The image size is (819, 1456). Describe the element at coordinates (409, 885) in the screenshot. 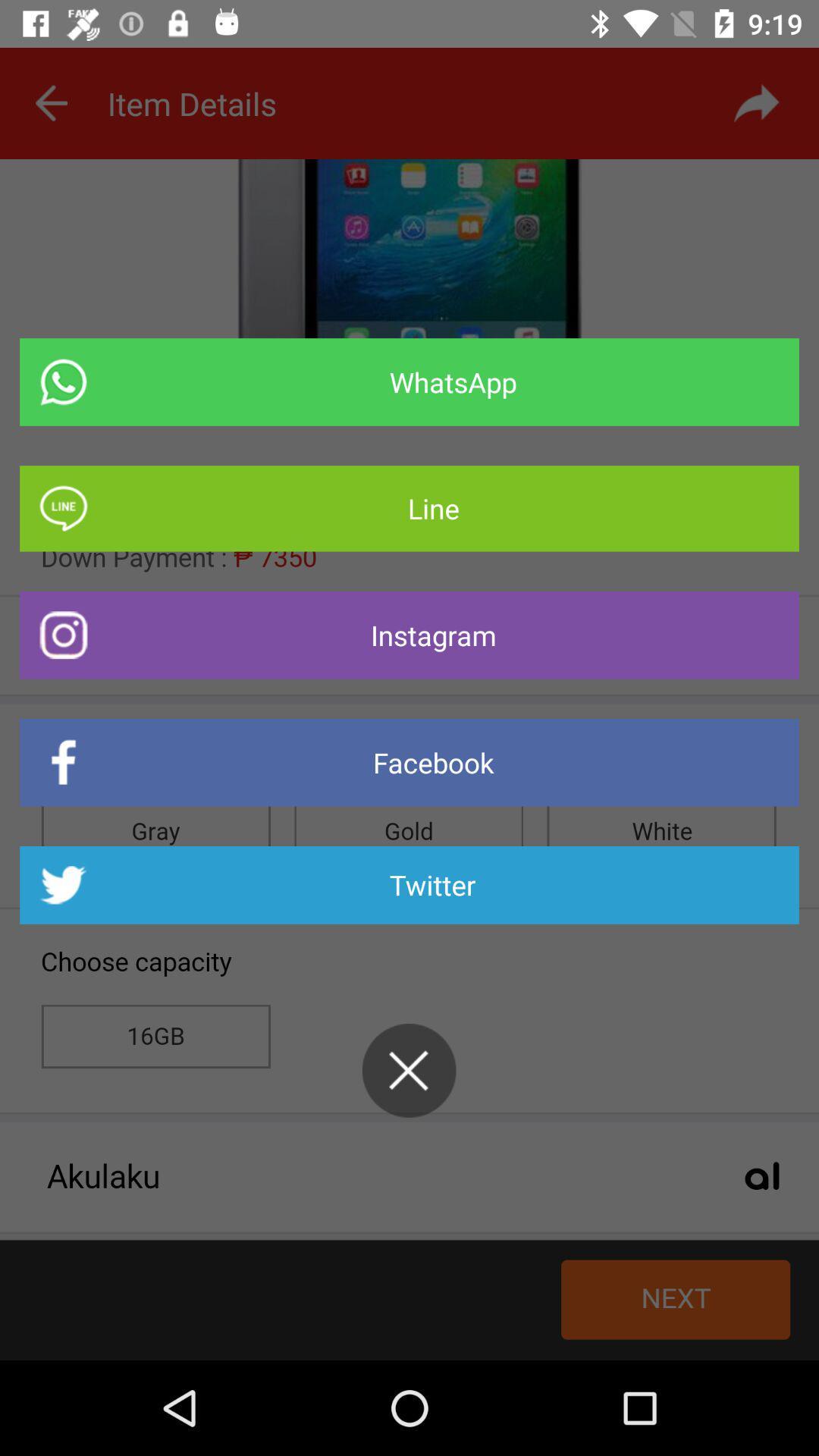

I see `the twitter item` at that location.